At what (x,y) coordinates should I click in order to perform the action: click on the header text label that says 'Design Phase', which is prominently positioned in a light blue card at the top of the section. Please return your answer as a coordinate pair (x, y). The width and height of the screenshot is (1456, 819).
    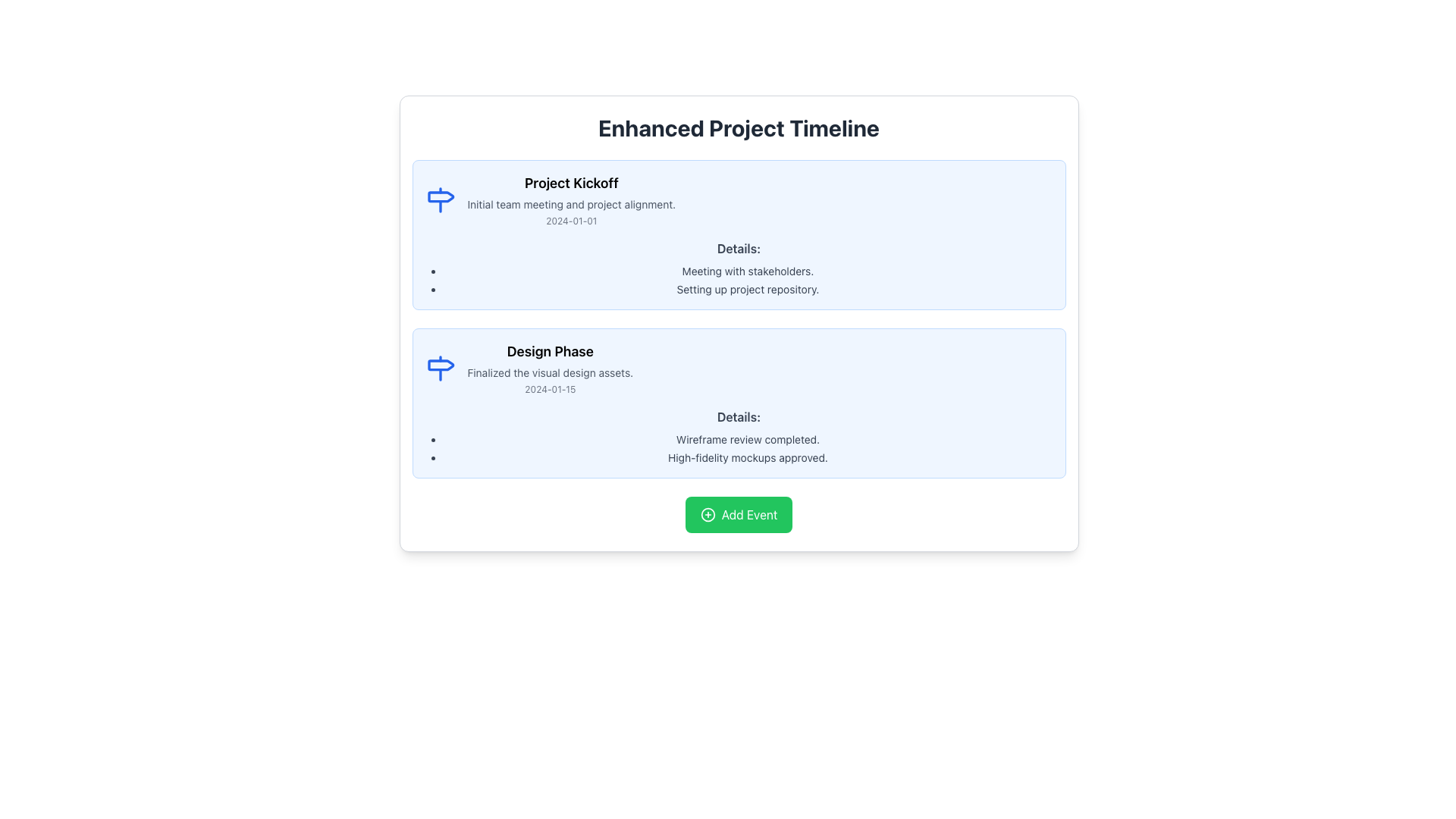
    Looking at the image, I should click on (549, 351).